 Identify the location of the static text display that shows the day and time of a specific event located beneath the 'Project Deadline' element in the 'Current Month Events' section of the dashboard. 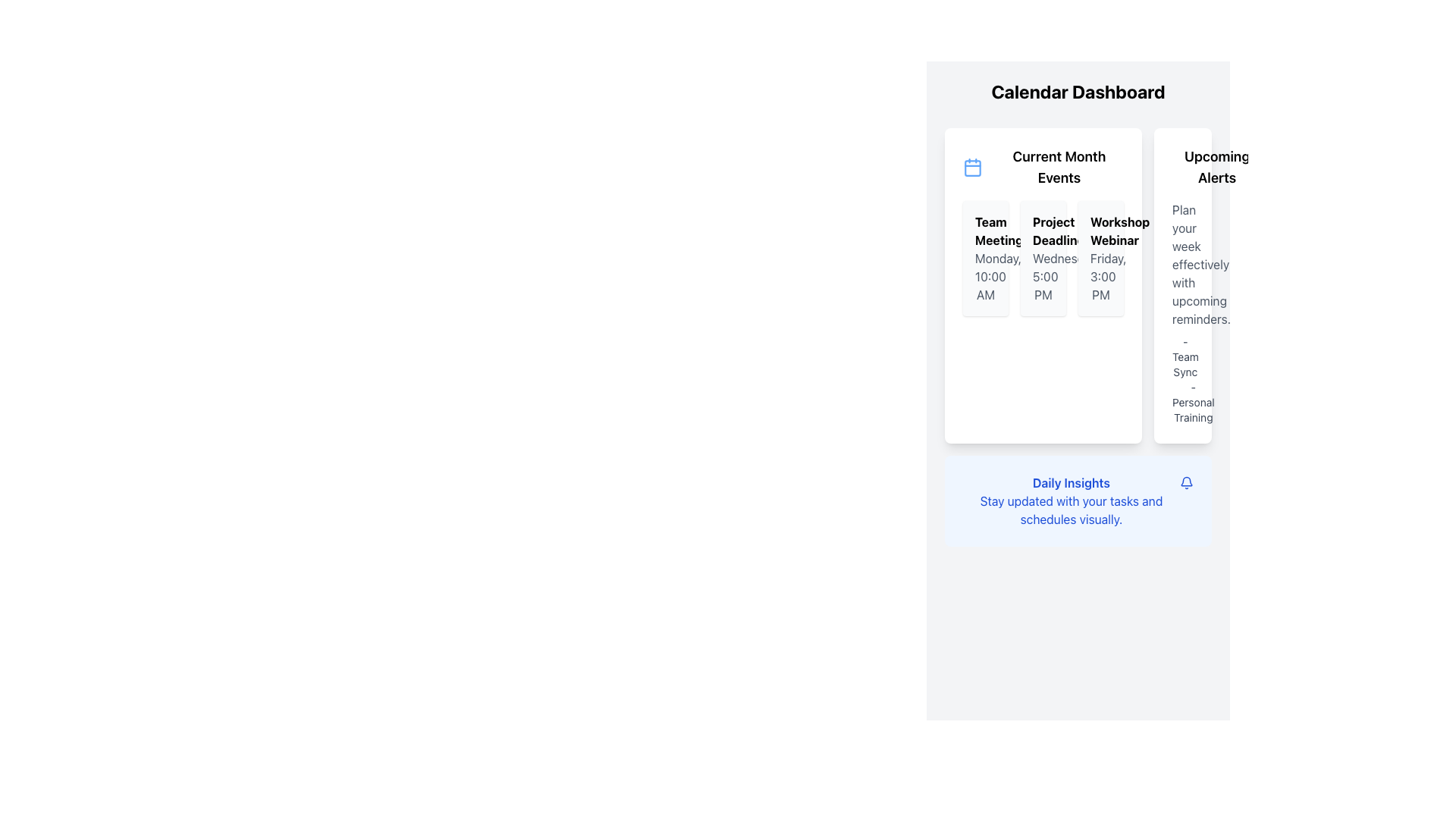
(1043, 277).